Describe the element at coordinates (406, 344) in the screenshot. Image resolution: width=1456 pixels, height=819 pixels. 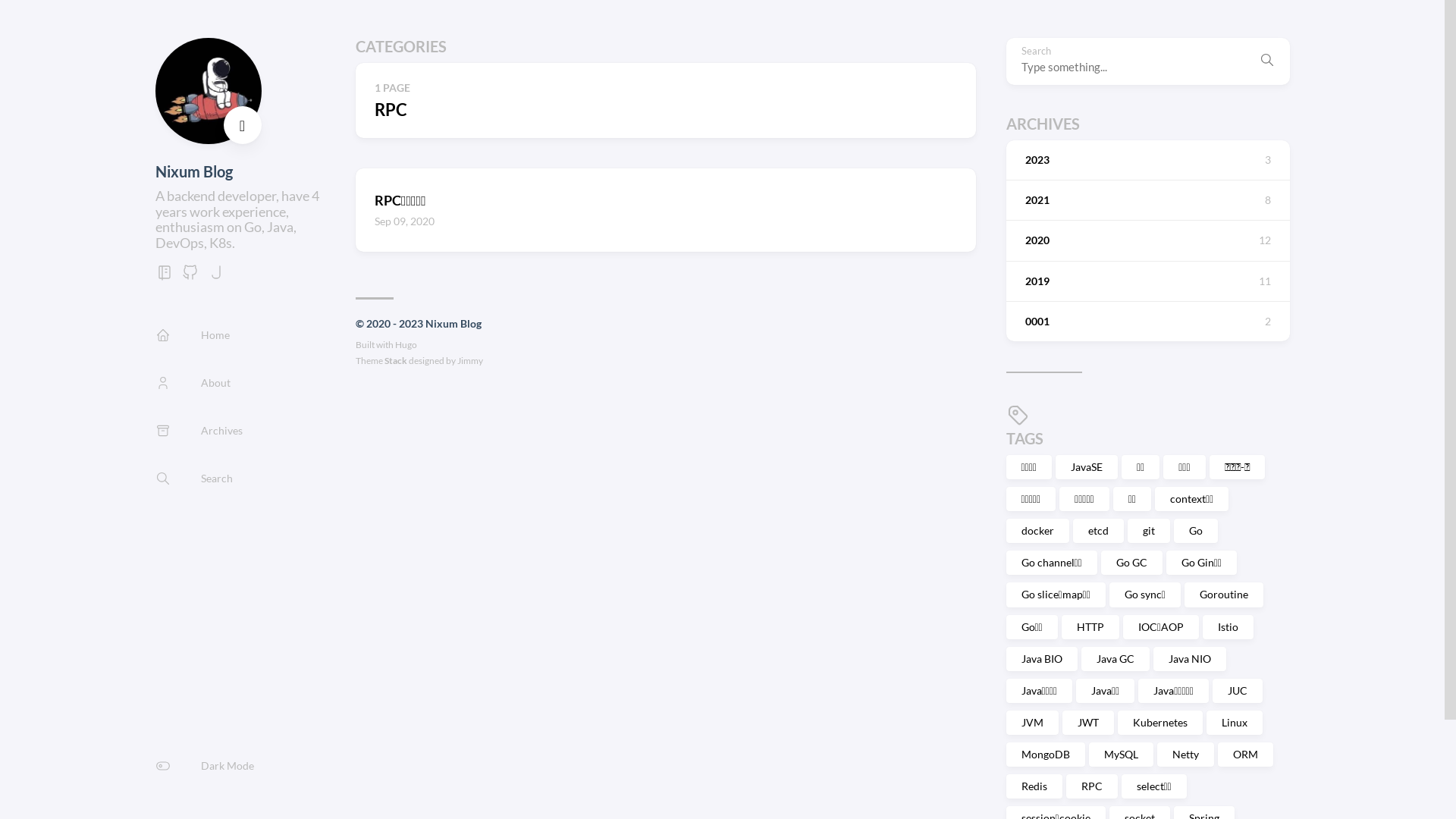
I see `'Hugo'` at that location.